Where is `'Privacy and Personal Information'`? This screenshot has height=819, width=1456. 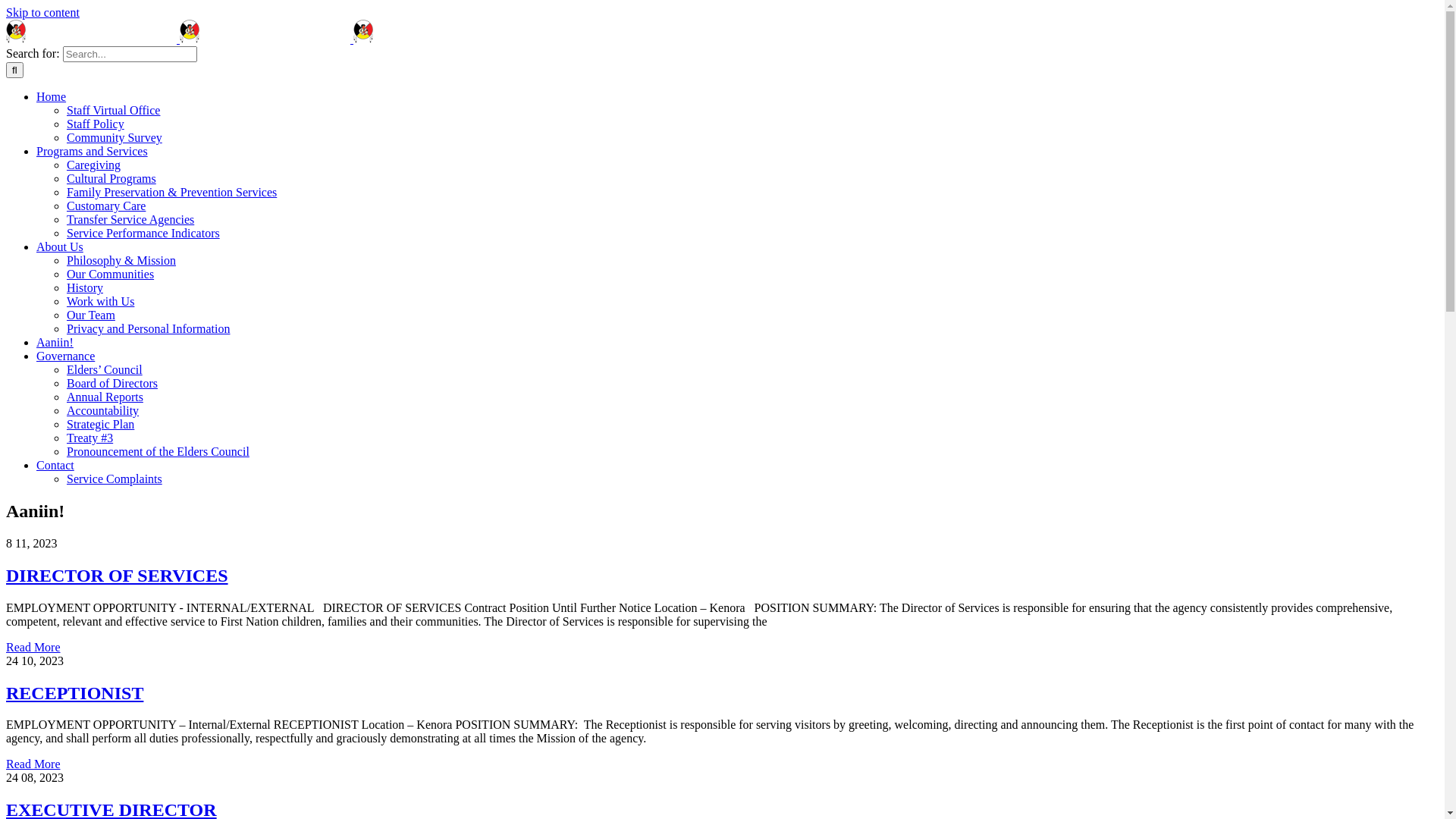 'Privacy and Personal Information' is located at coordinates (149, 328).